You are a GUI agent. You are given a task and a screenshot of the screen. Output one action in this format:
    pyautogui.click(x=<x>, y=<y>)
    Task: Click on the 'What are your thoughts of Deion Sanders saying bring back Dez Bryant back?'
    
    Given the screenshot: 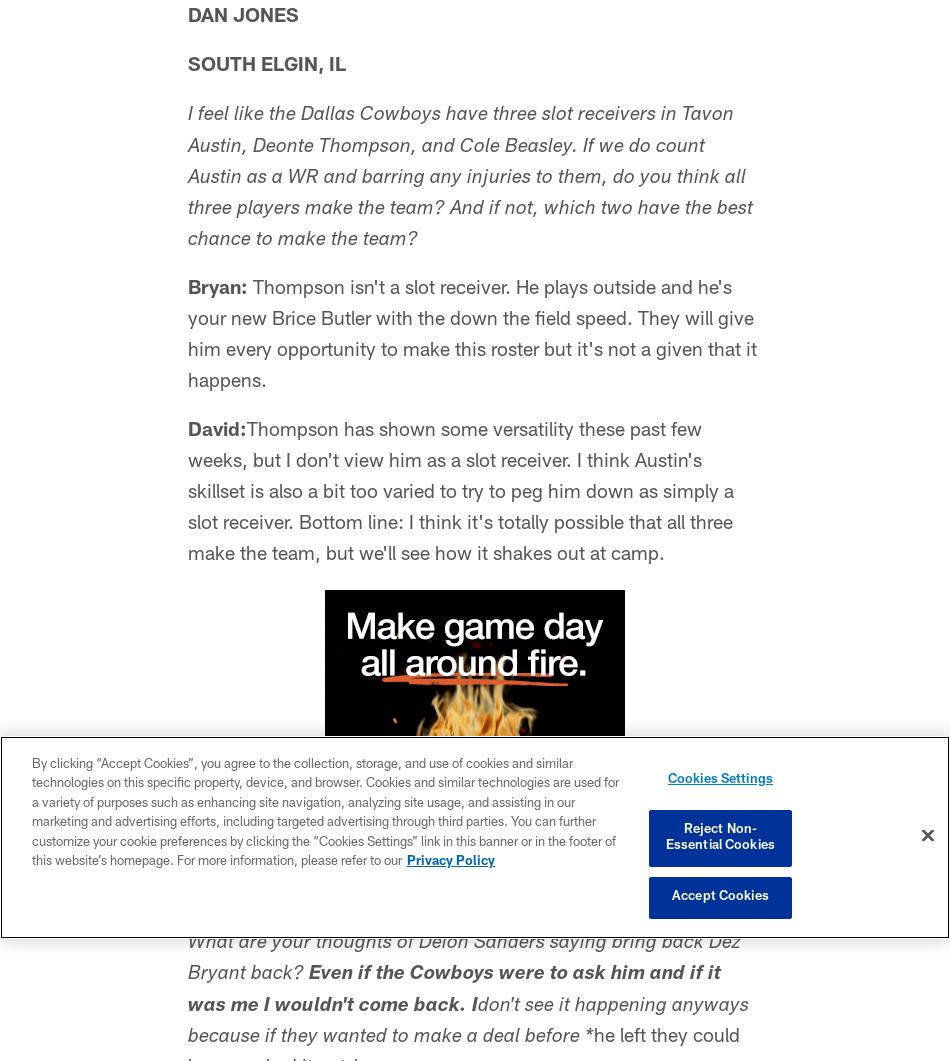 What is the action you would take?
    pyautogui.click(x=463, y=958)
    